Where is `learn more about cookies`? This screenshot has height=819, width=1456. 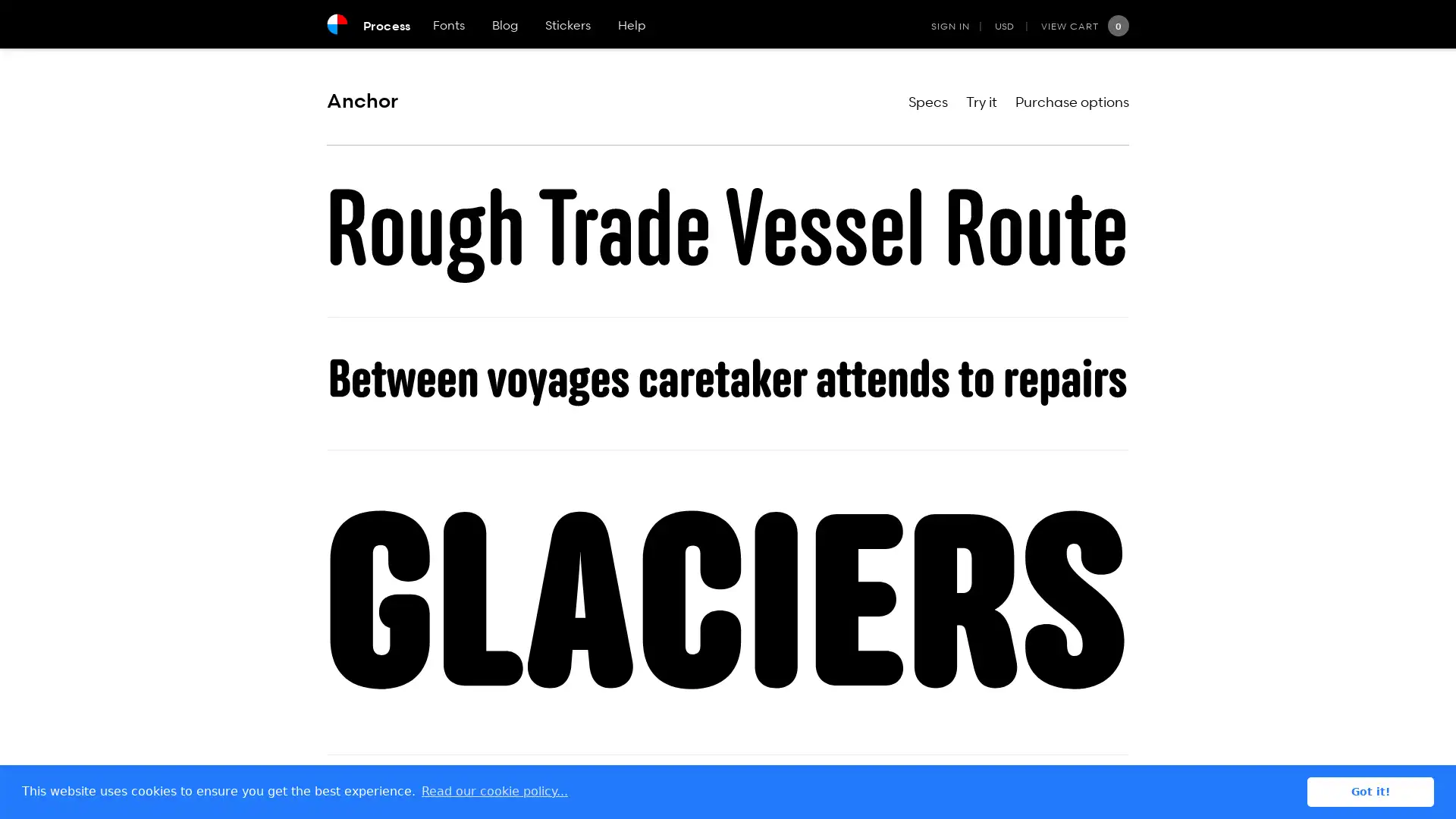 learn more about cookies is located at coordinates (494, 791).